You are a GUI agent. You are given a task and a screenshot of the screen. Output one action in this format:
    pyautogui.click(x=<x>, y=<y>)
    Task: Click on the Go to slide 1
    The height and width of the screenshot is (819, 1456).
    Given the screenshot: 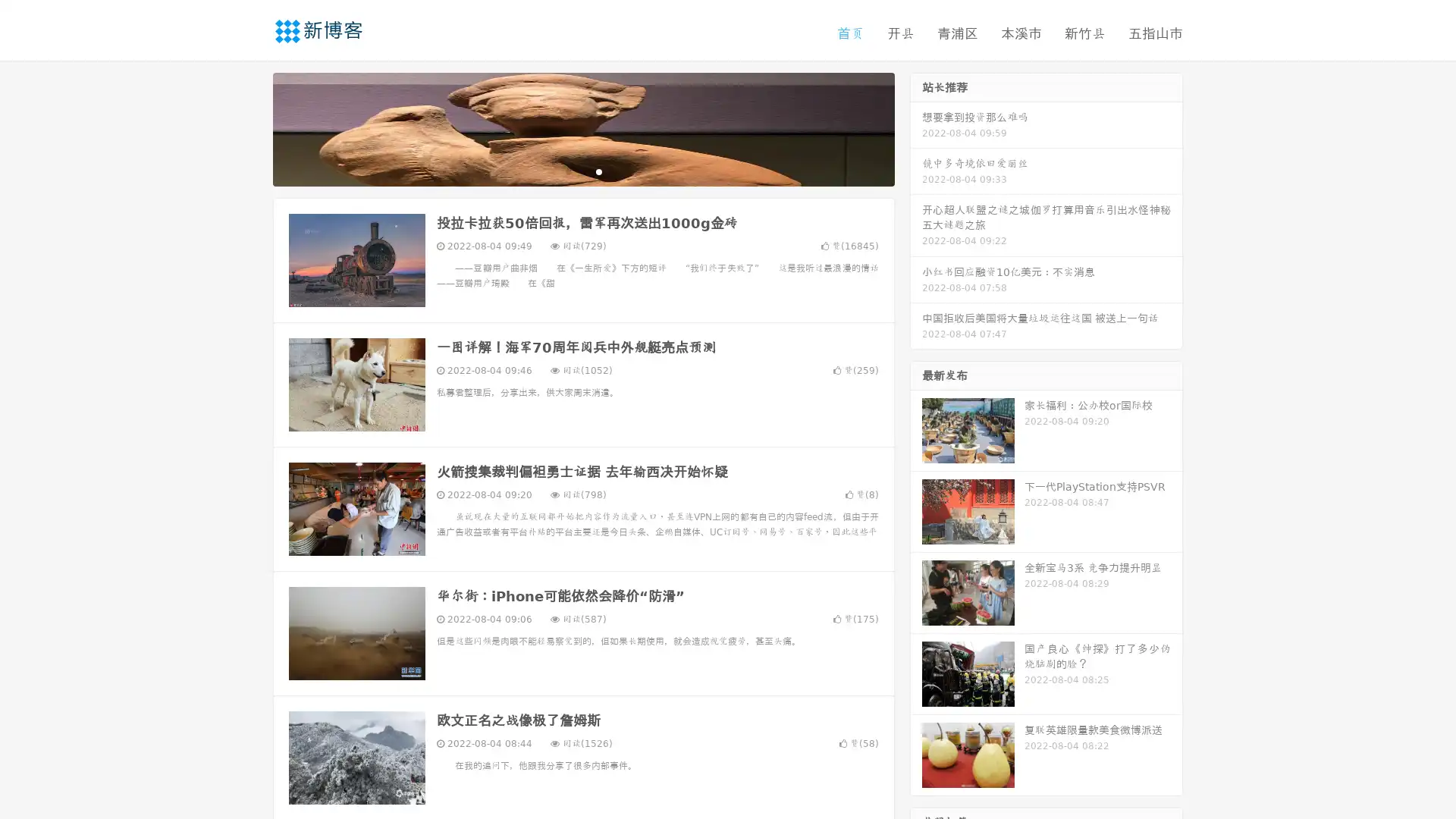 What is the action you would take?
    pyautogui.click(x=567, y=171)
    